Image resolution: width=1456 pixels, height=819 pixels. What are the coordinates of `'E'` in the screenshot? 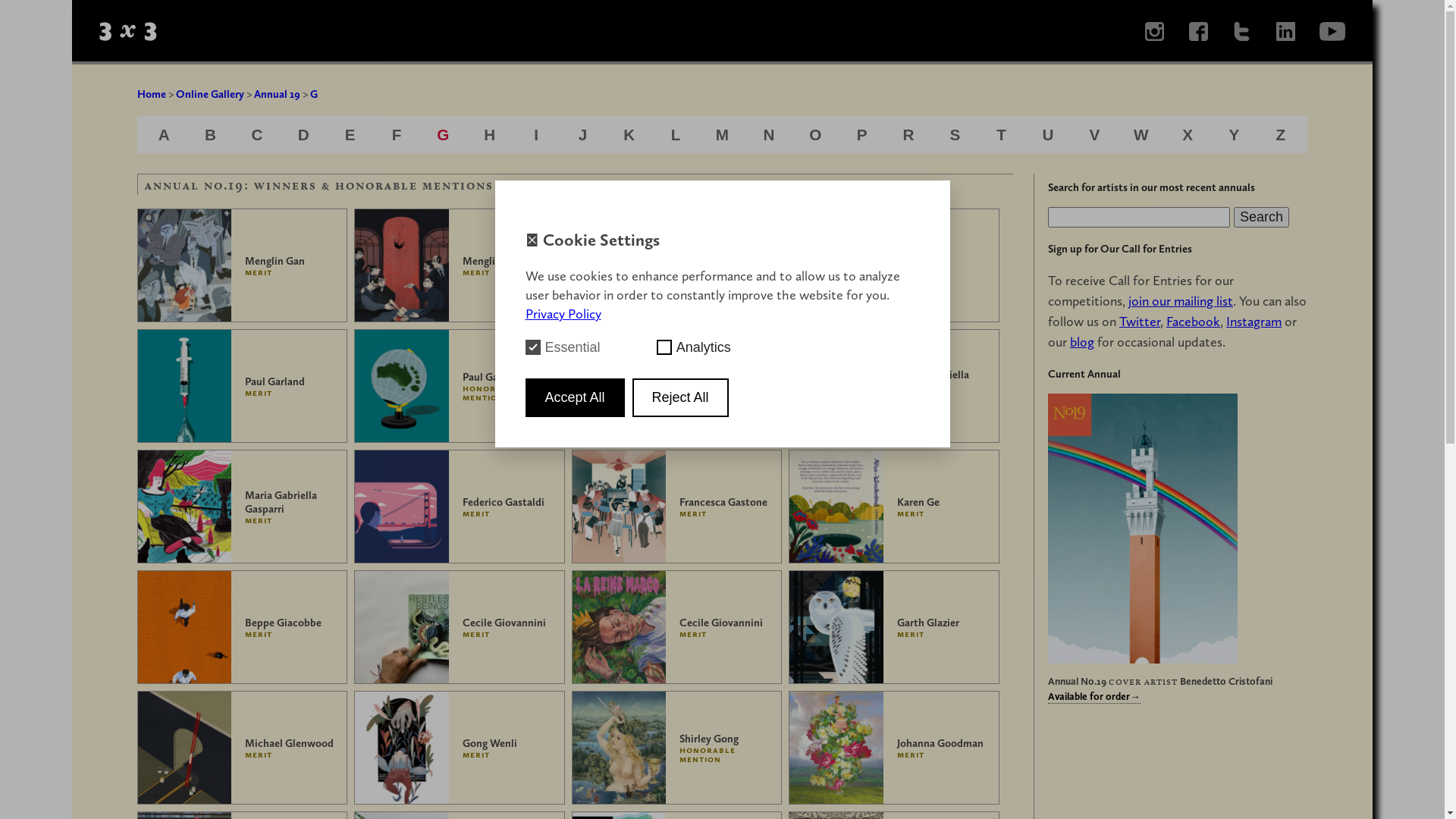 It's located at (344, 133).